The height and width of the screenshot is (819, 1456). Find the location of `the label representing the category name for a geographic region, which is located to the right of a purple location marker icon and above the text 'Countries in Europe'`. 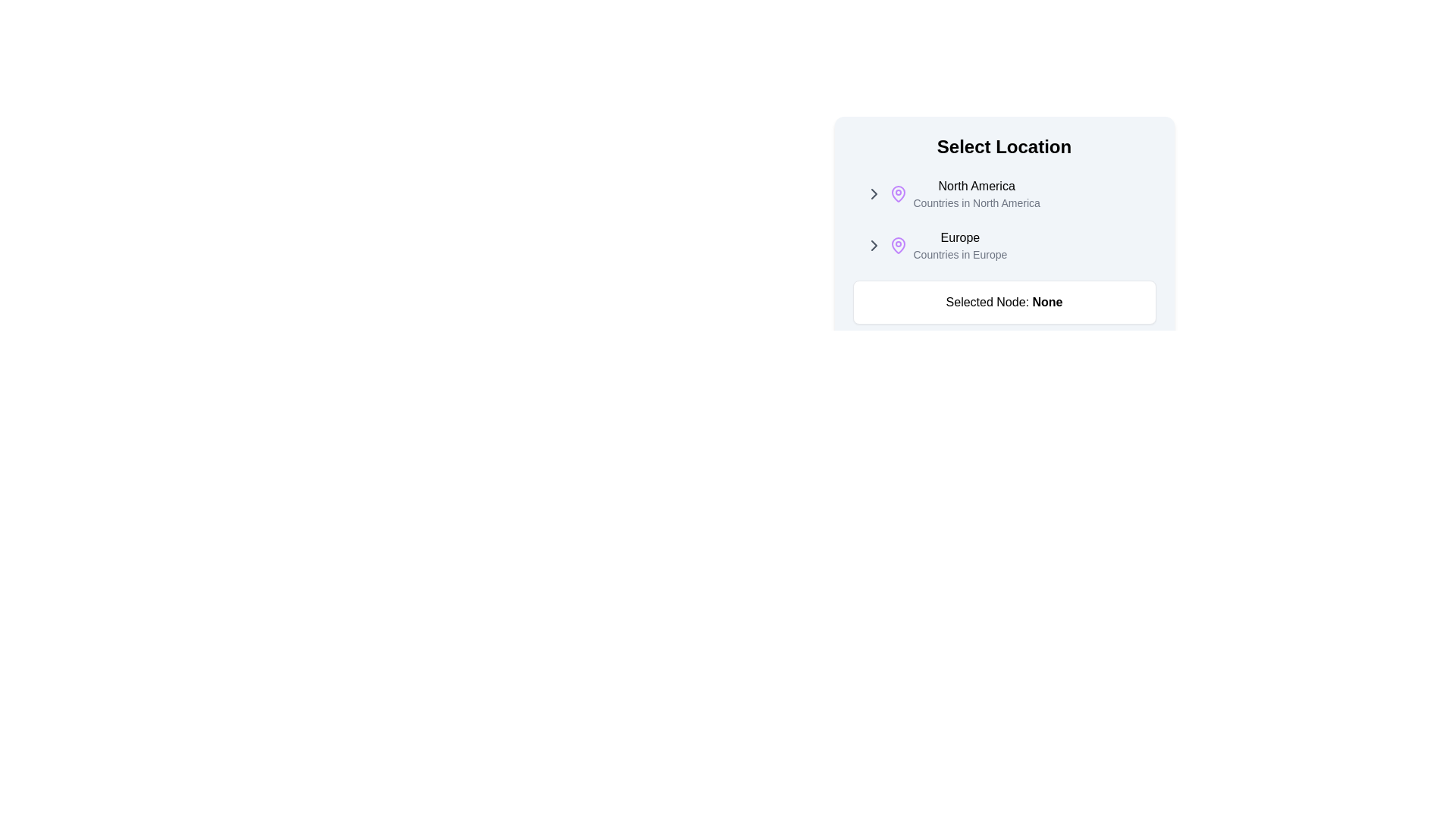

the label representing the category name for a geographic region, which is located to the right of a purple location marker icon and above the text 'Countries in Europe' is located at coordinates (959, 237).